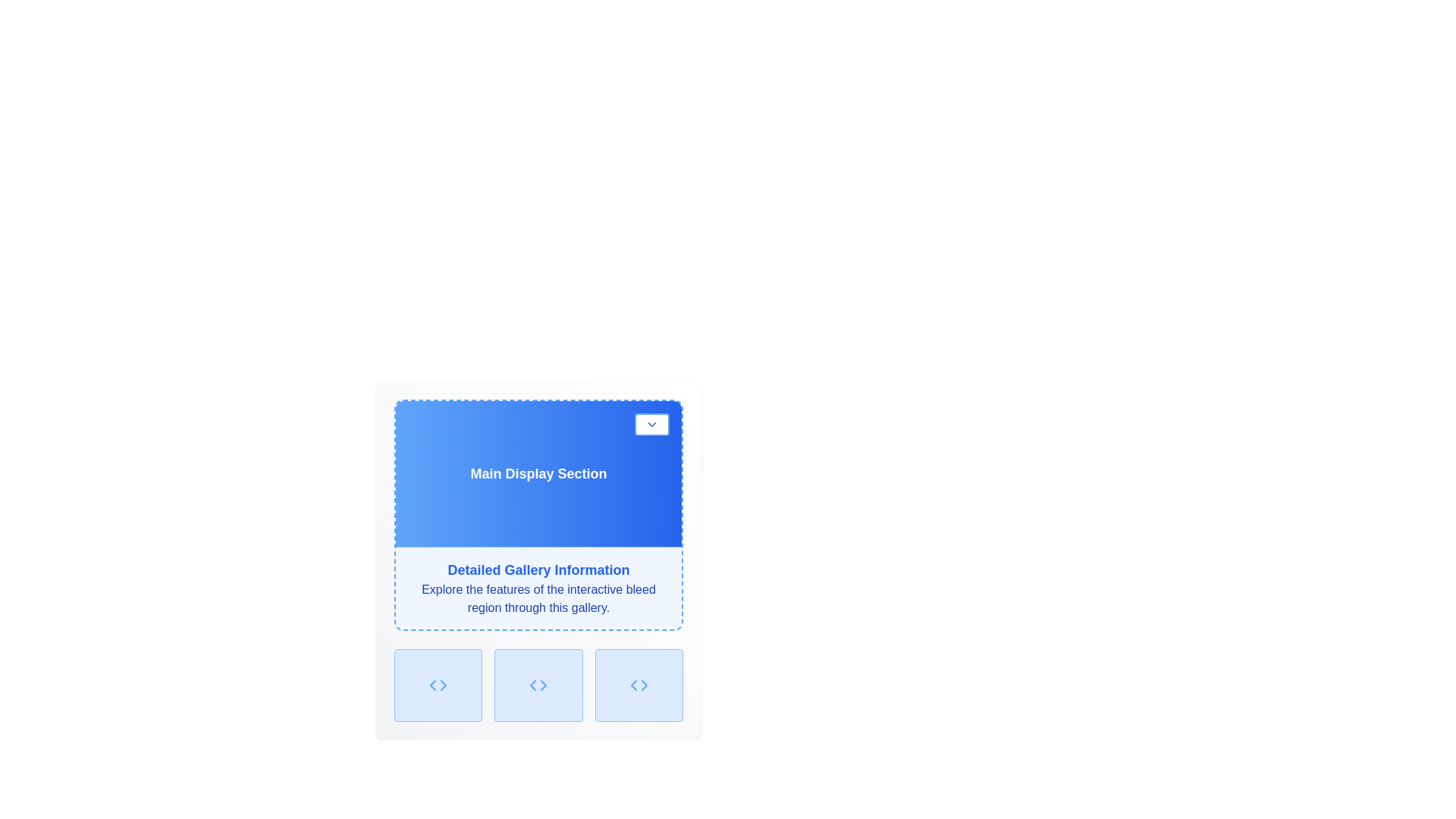 This screenshot has height=819, width=1456. I want to click on the third icon in the horizontal layout at the bottom-right of the panel, which represents a code-related action, so click(639, 685).